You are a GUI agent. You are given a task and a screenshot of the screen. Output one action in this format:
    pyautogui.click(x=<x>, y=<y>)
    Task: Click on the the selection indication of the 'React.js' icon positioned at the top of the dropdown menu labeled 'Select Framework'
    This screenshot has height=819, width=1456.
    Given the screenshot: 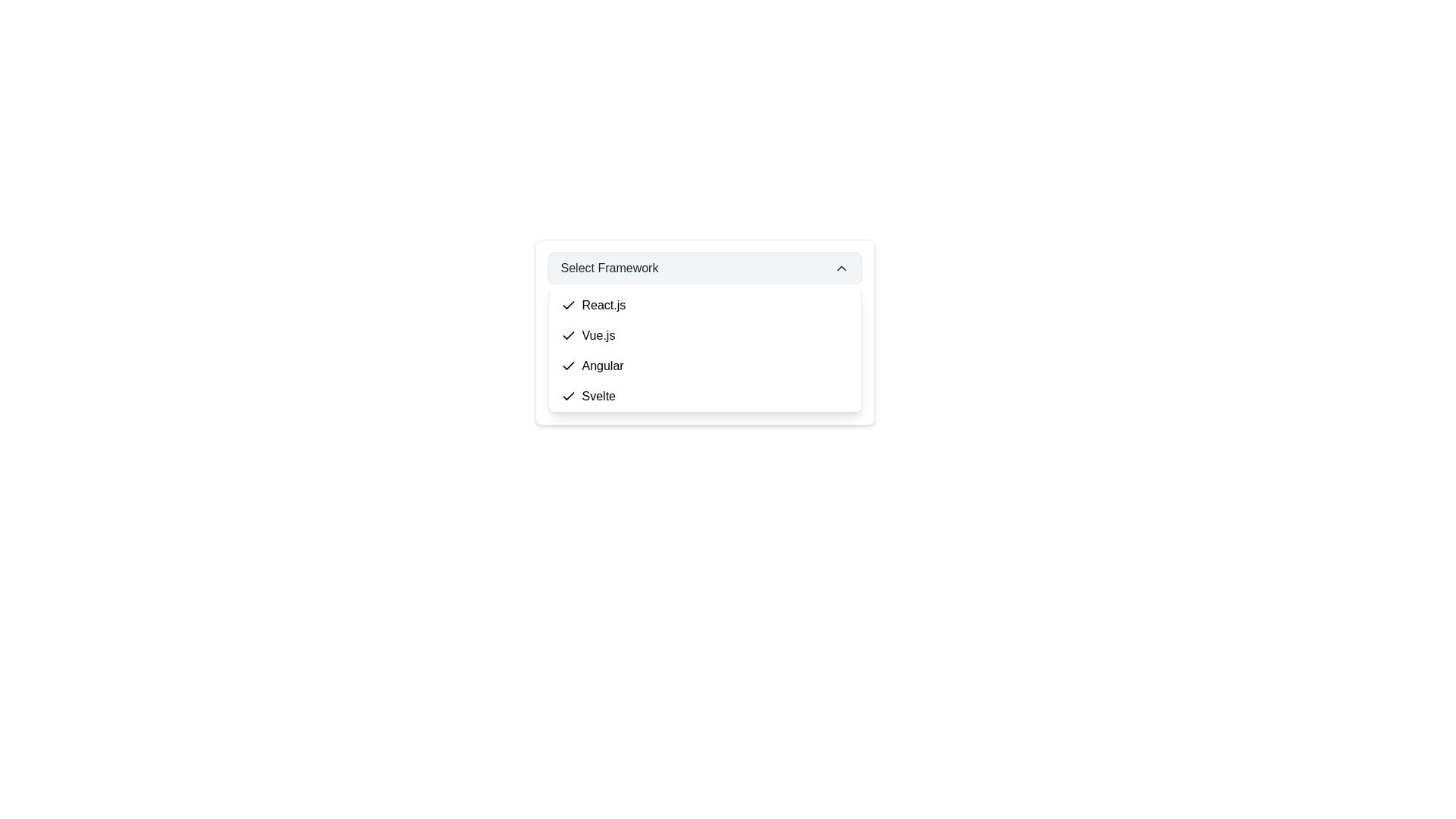 What is the action you would take?
    pyautogui.click(x=567, y=305)
    